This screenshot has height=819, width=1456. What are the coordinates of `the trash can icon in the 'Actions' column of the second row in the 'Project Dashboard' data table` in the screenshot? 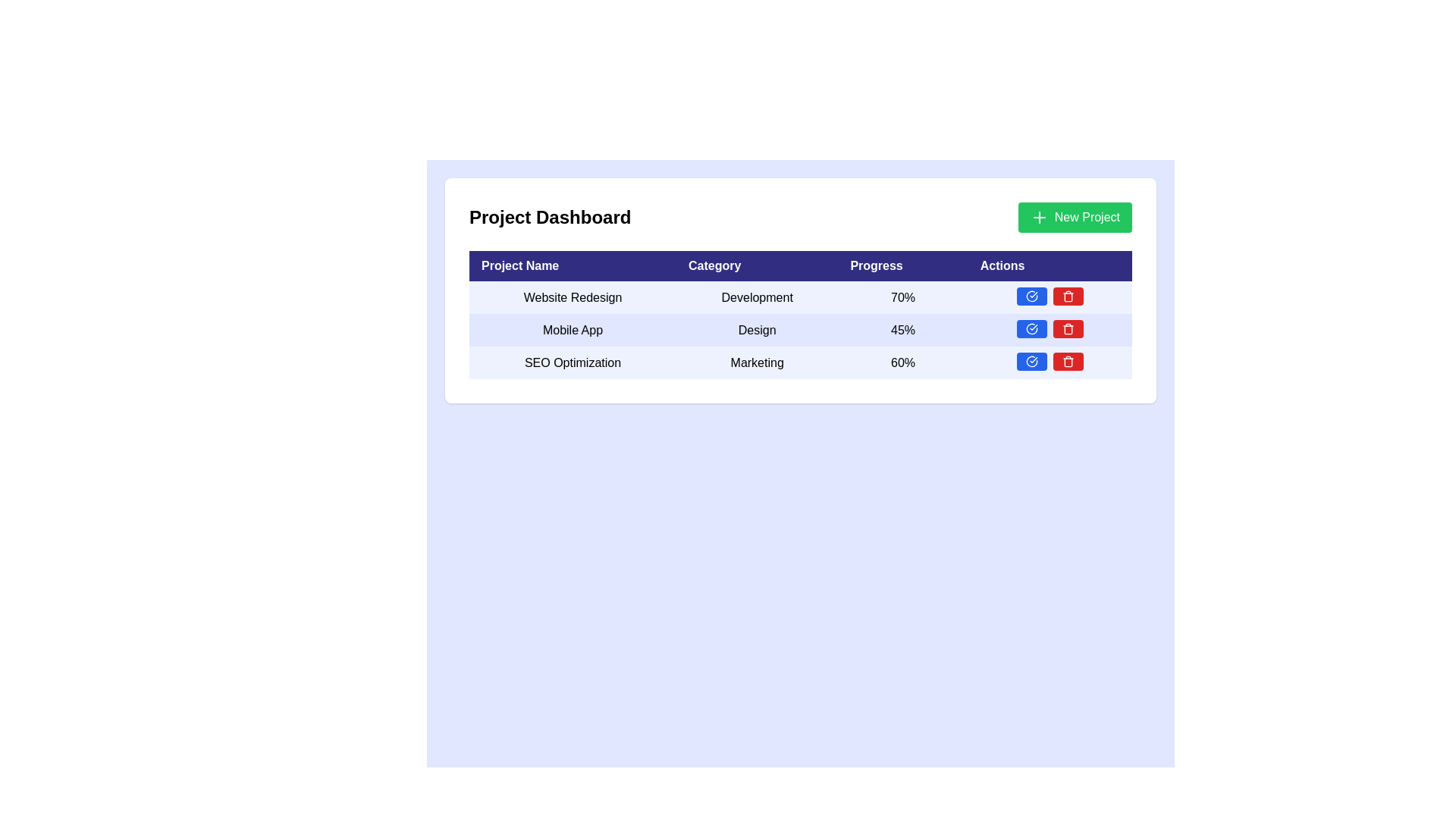 It's located at (1067, 328).